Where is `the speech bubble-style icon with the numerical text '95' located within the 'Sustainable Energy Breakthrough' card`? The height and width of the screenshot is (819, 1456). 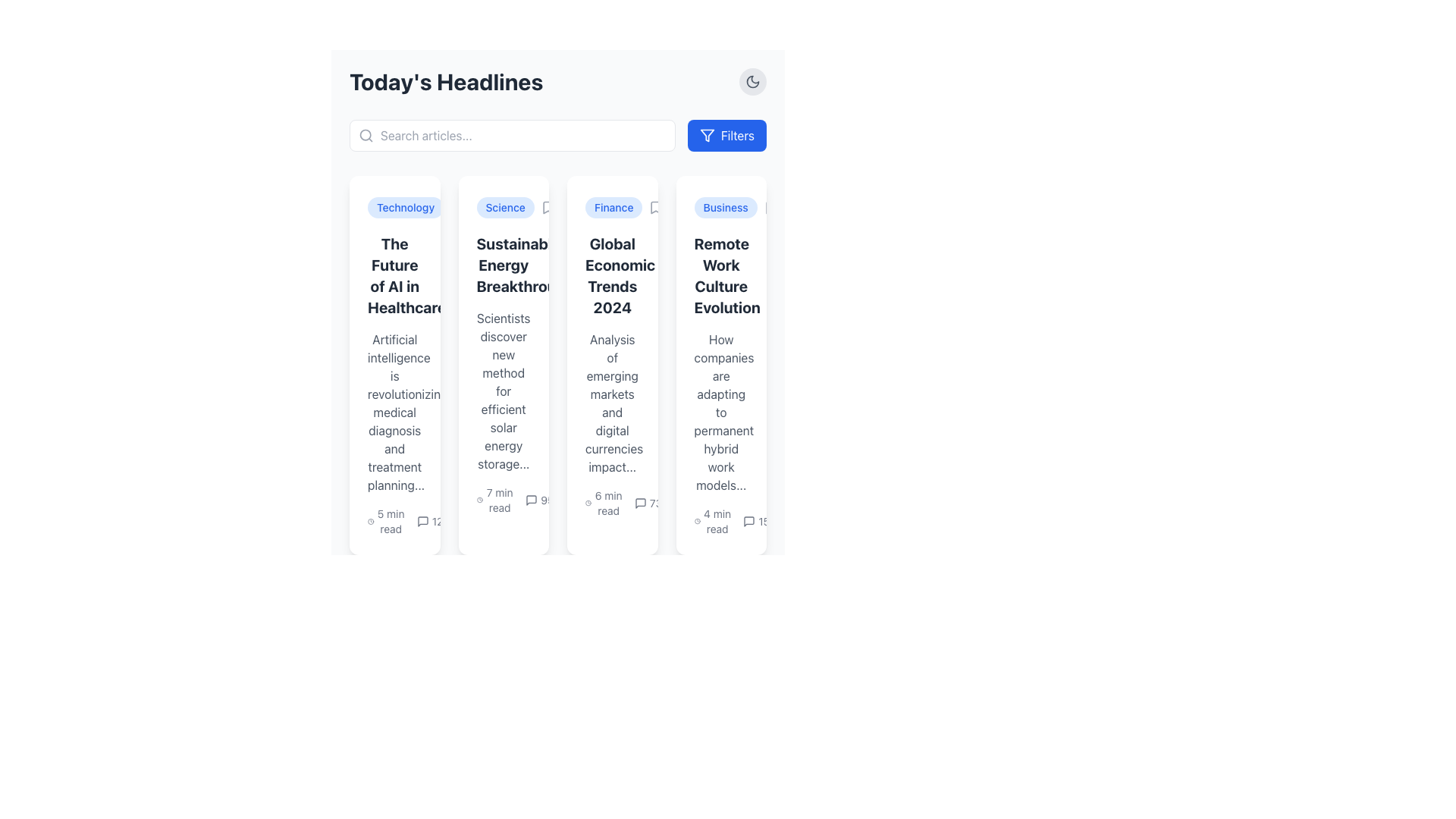 the speech bubble-style icon with the numerical text '95' located within the 'Sustainable Energy Breakthrough' card is located at coordinates (539, 500).